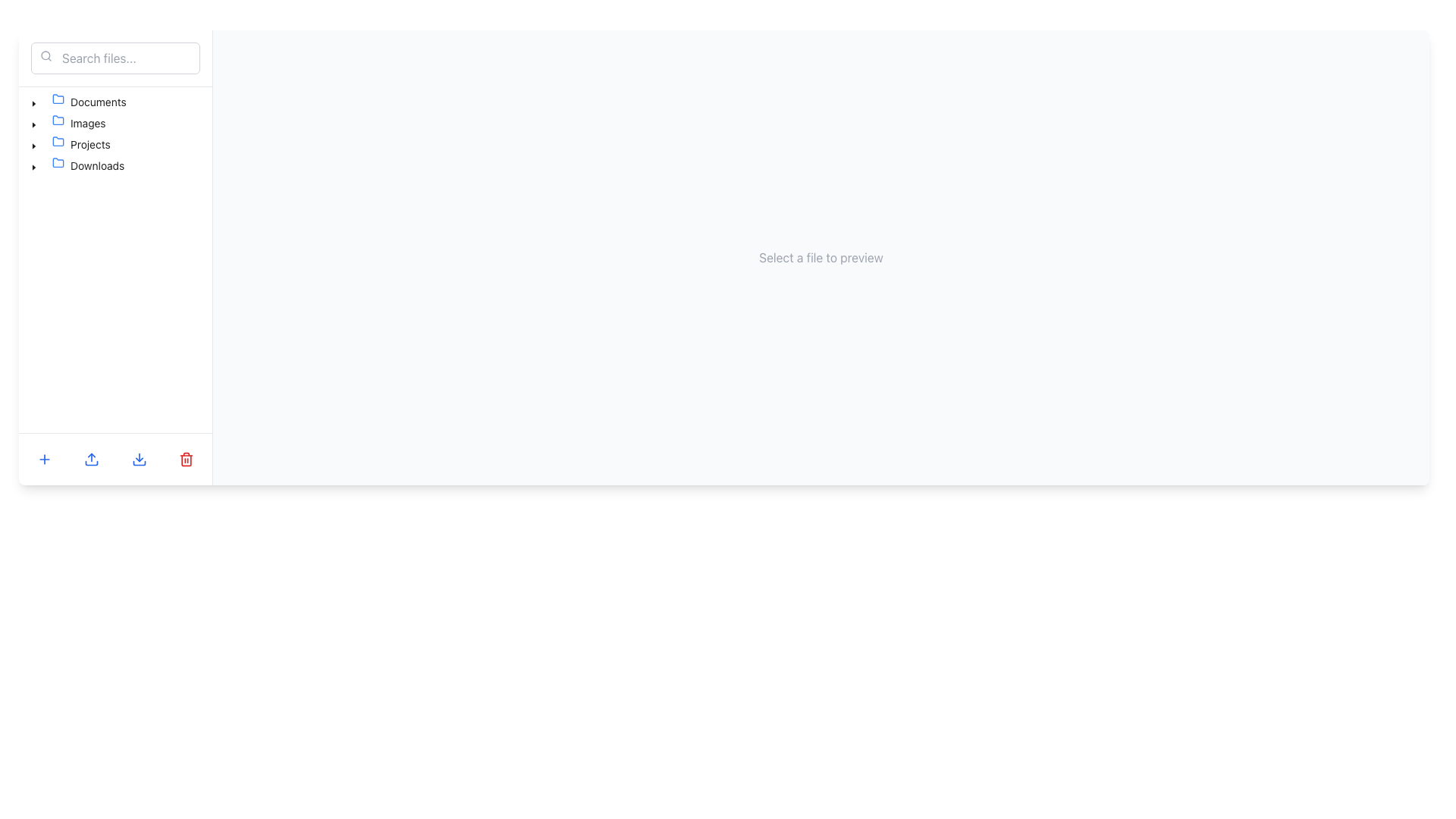  Describe the element at coordinates (33, 166) in the screenshot. I see `the Tree node toggle icon located next to the 'Downloads' label` at that location.